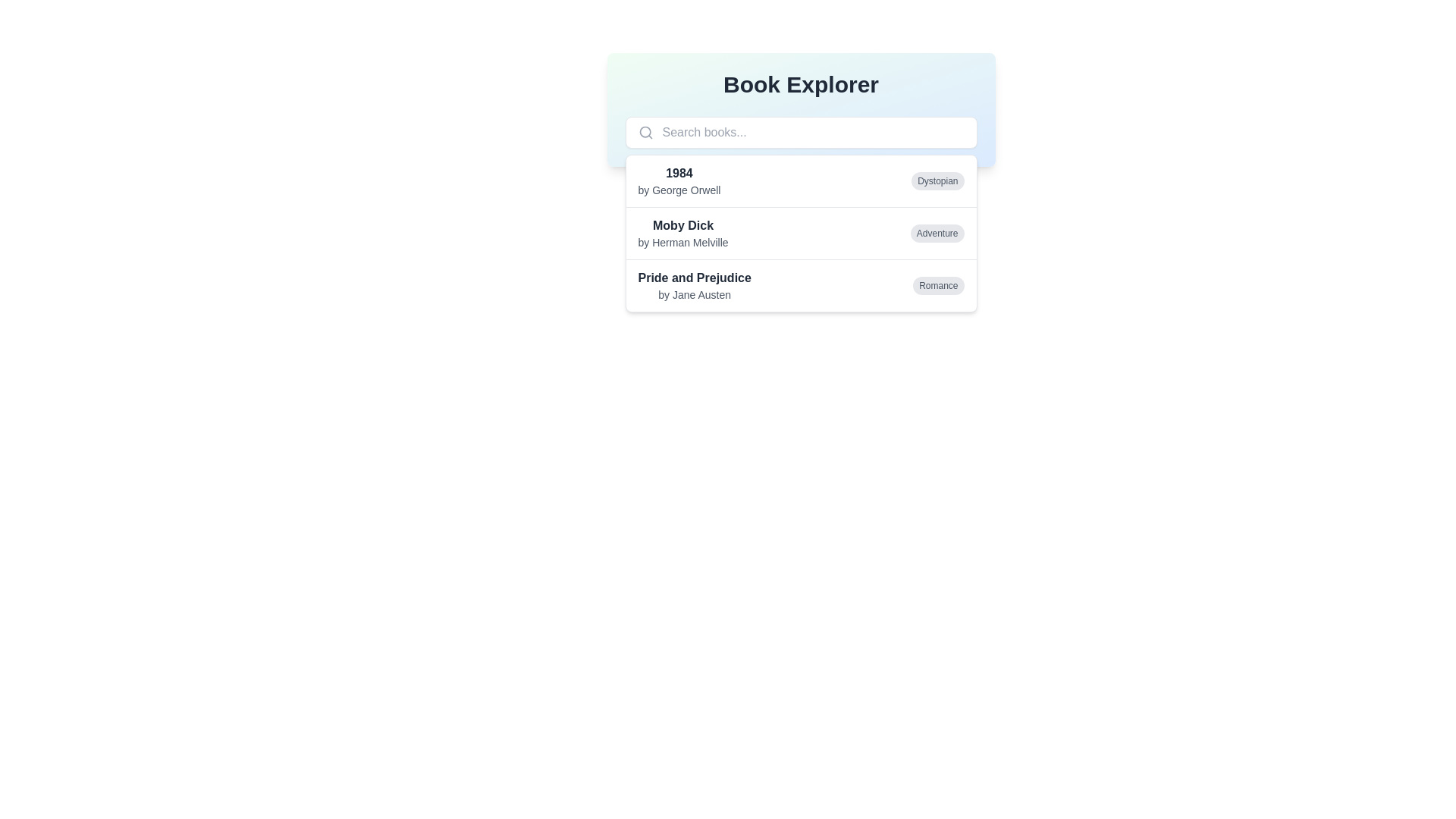  I want to click on the label indicating the genre or category associated with the book entry 'Moby Dick', located on the right-hand side of the middle list item in a vertical list of books, so click(937, 234).